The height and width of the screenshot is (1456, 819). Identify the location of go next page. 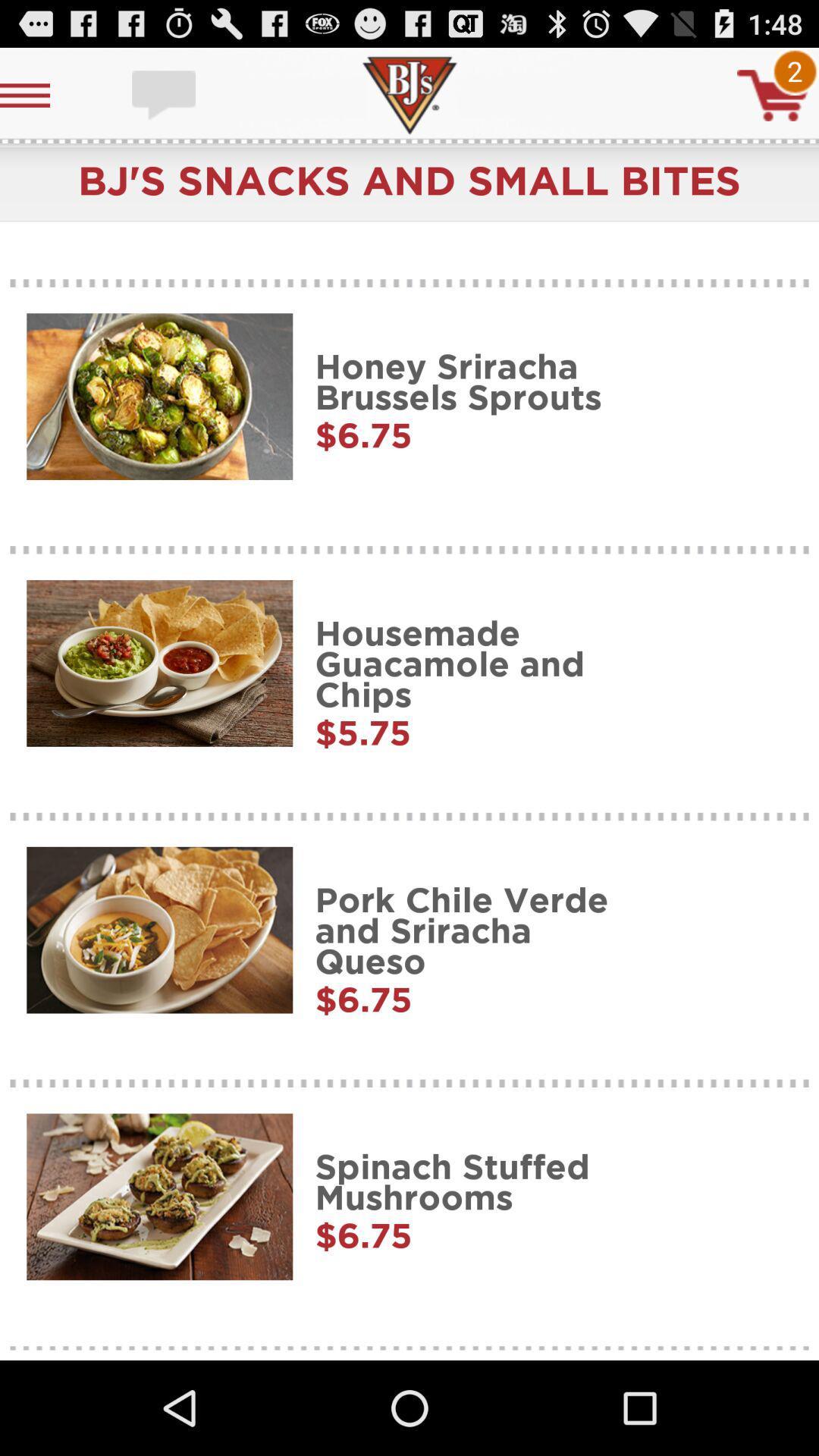
(773, 94).